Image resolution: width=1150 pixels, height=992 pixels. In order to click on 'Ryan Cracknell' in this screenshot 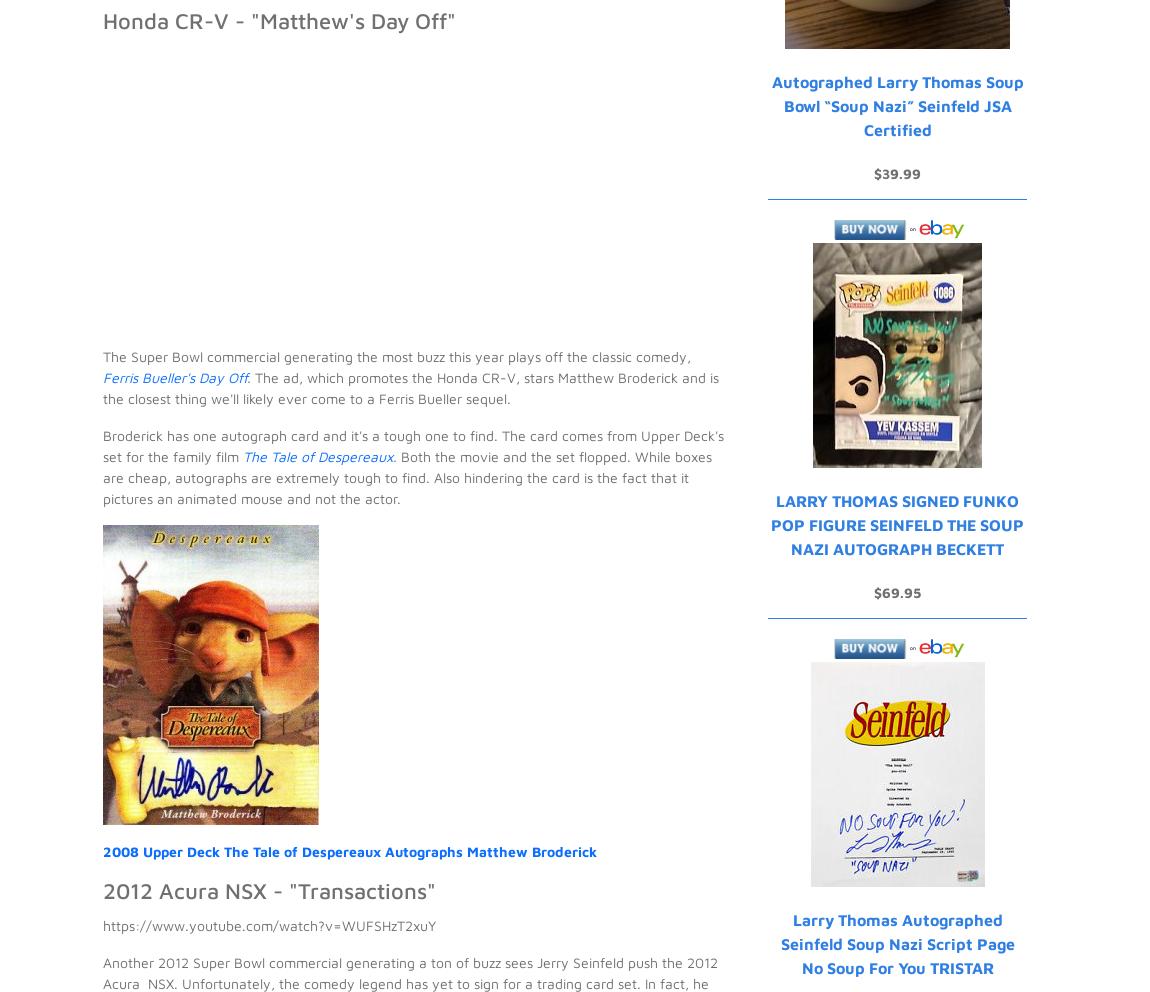, I will do `click(256, 74)`.